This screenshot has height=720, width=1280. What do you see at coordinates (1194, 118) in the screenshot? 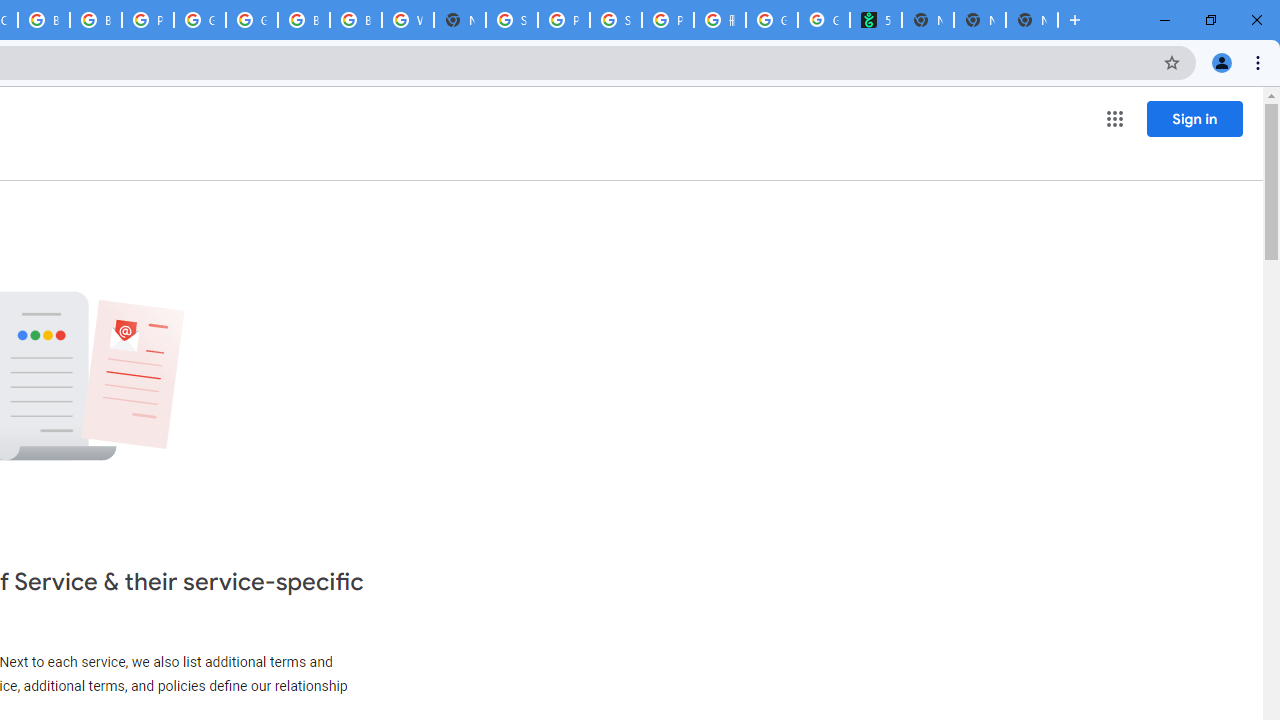
I see `'Sign in'` at bounding box center [1194, 118].